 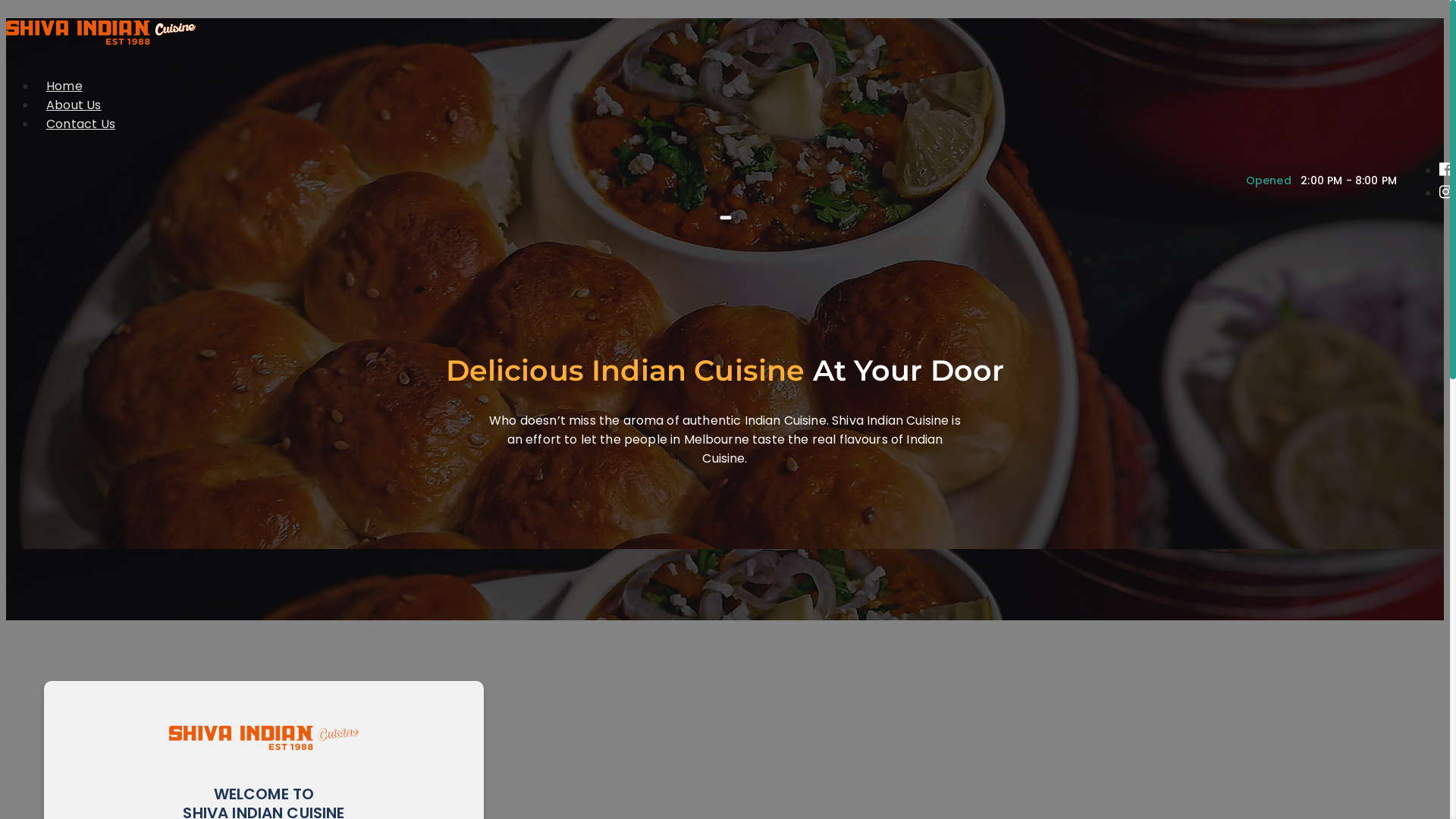 What do you see at coordinates (64, 86) in the screenshot?
I see `'Home` at bounding box center [64, 86].